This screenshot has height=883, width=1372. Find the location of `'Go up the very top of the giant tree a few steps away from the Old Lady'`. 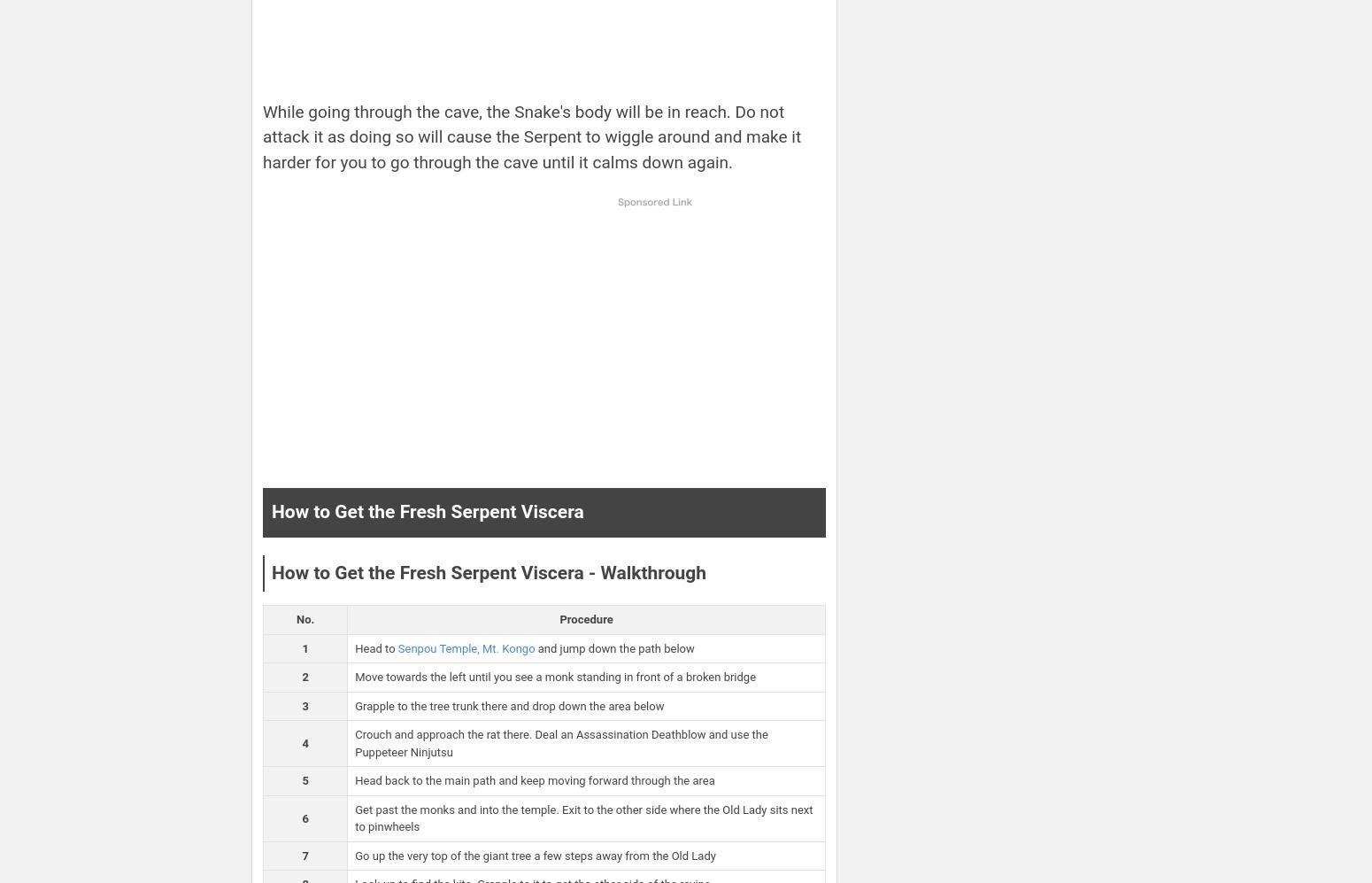

'Go up the very top of the giant tree a few steps away from the Old Lady' is located at coordinates (535, 854).